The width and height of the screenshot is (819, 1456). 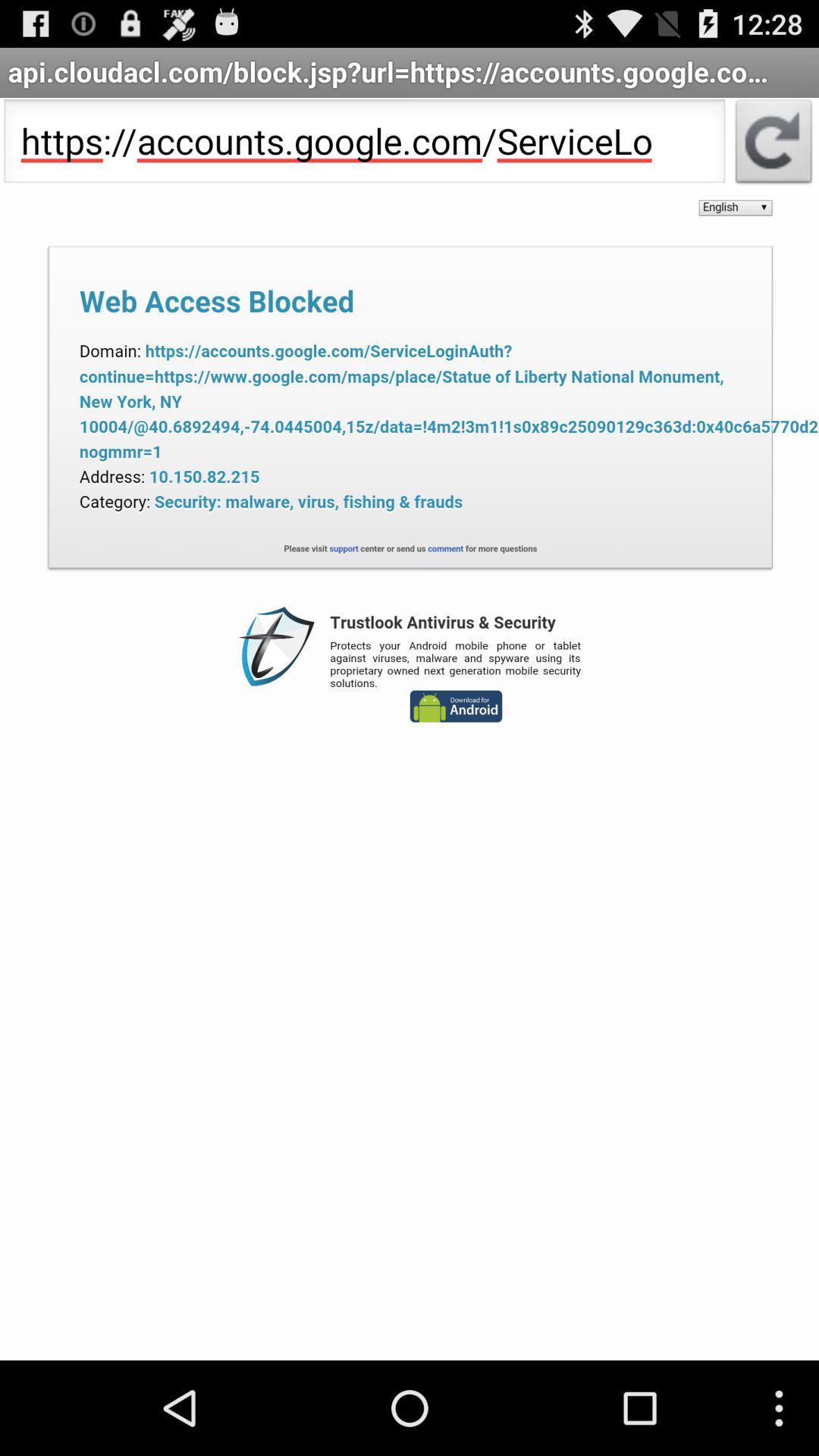 I want to click on refresh, so click(x=773, y=146).